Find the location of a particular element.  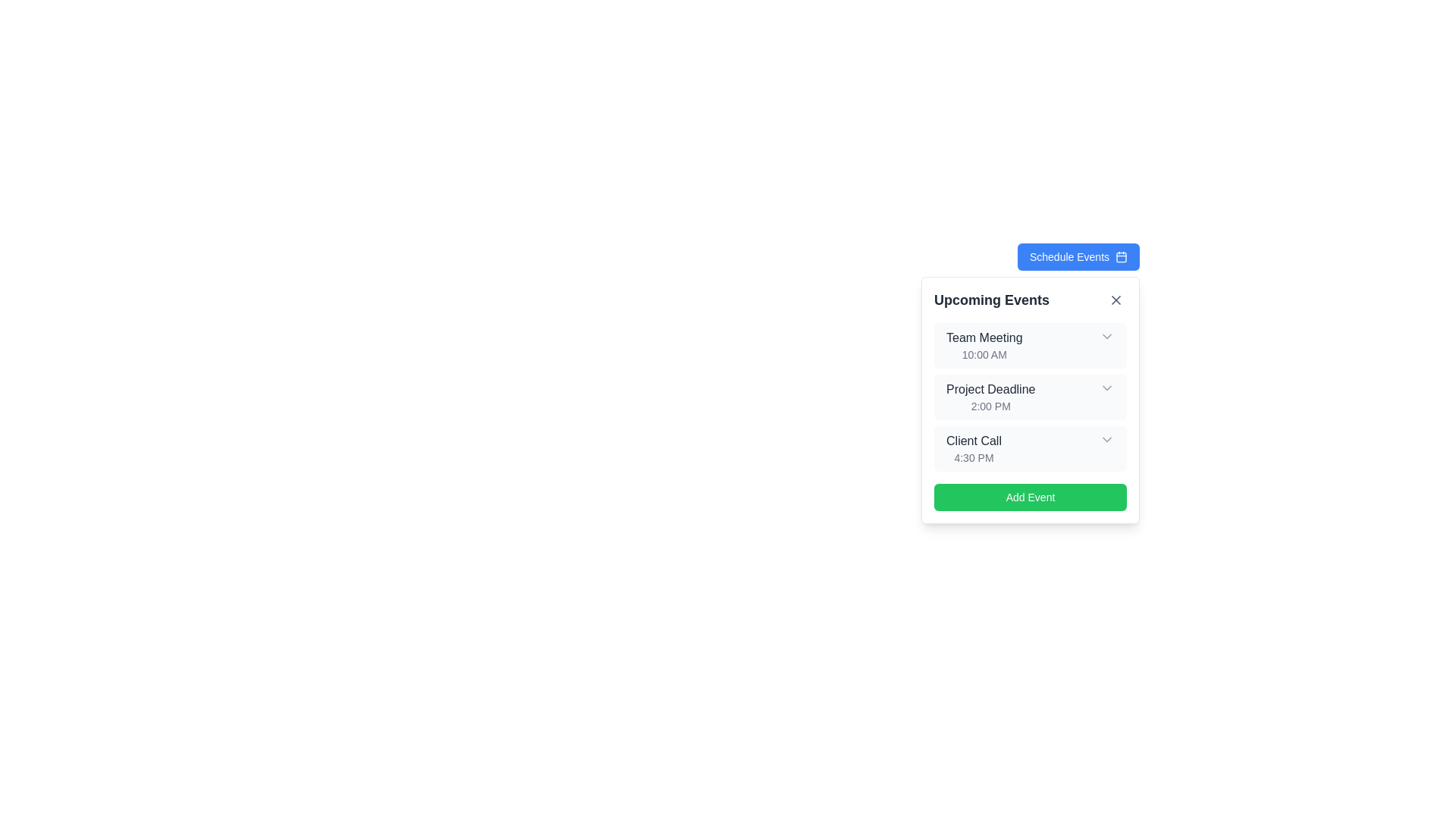

the 'Upcoming Events' header, which serves as the title for the events section and is located at the top left of the panel with a close button on the right is located at coordinates (1030, 300).